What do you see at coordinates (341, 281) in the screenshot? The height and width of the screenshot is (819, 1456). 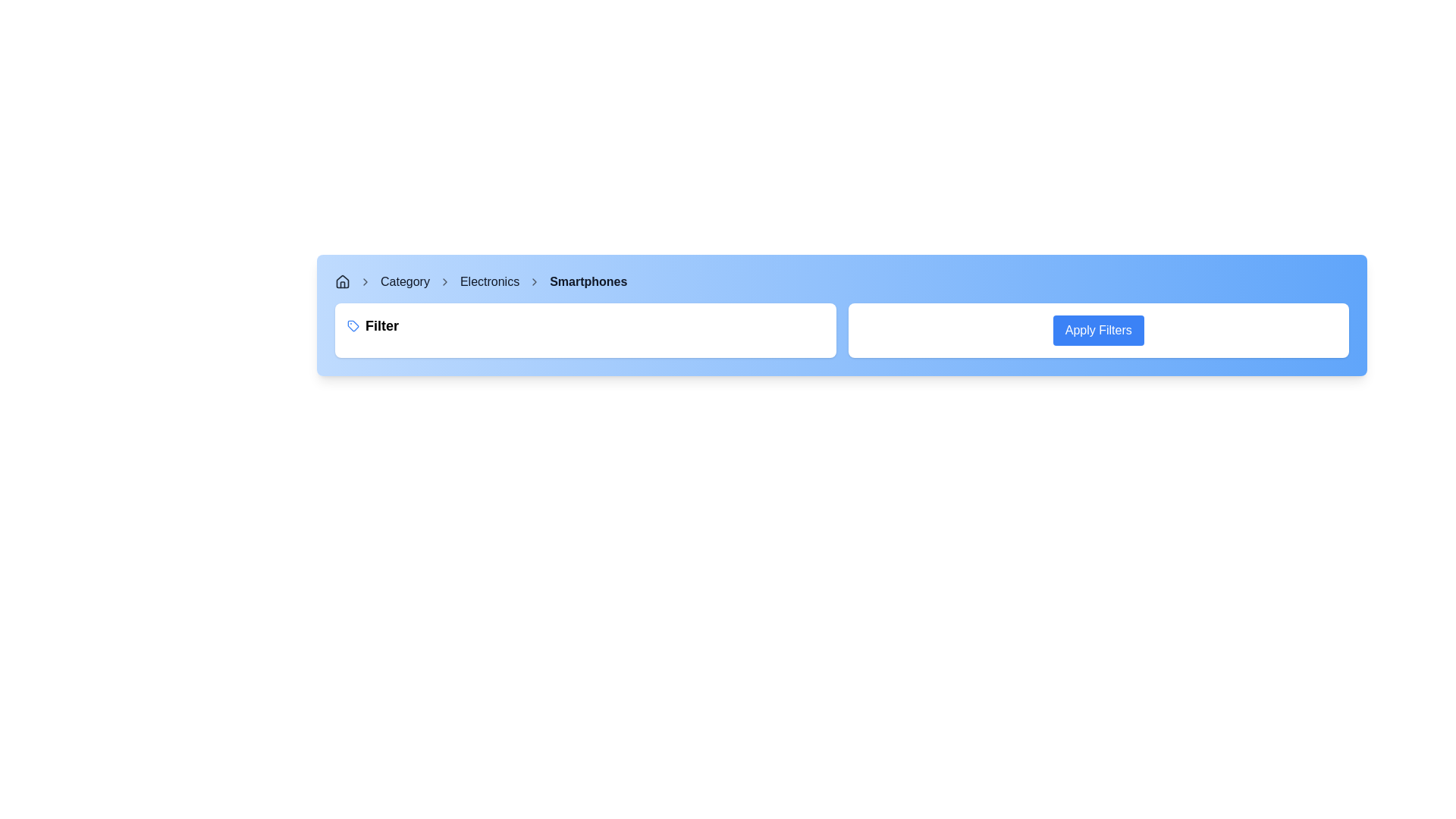 I see `the home icon in the breadcrumb navigation` at bounding box center [341, 281].